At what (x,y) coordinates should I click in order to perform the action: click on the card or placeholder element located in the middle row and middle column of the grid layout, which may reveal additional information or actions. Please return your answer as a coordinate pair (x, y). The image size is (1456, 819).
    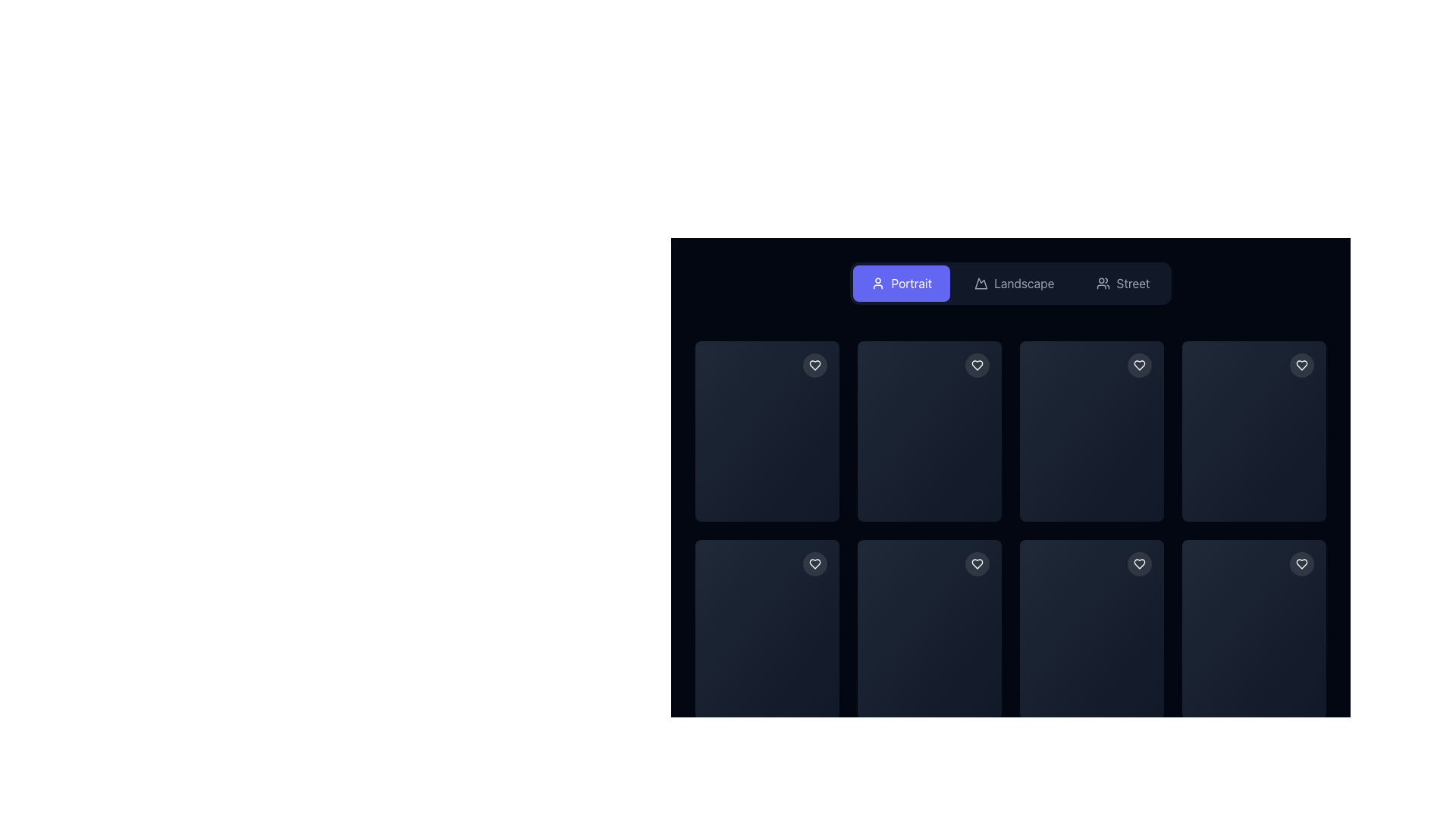
    Looking at the image, I should click on (1092, 485).